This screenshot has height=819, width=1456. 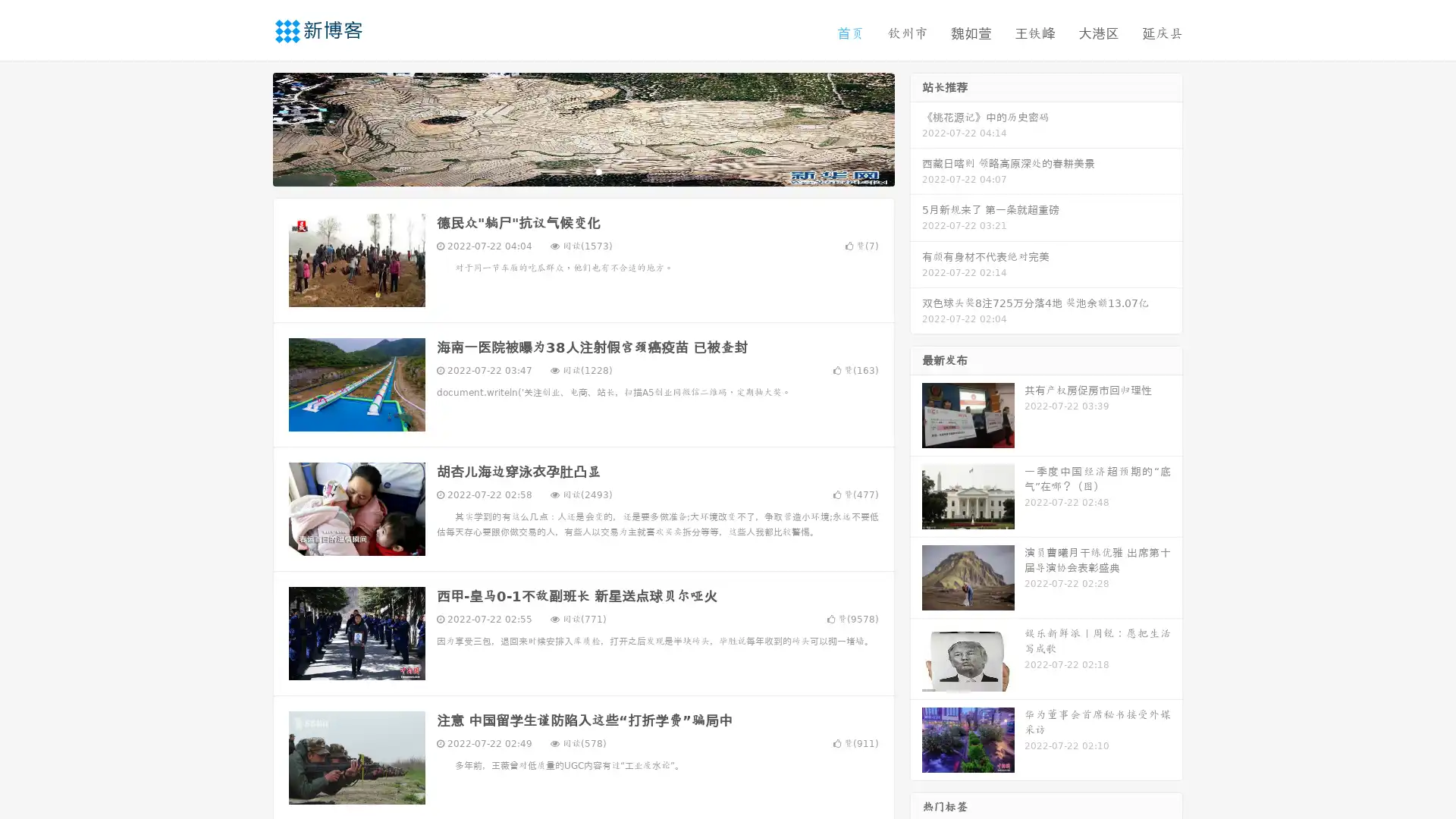 I want to click on Go to slide 1, so click(x=567, y=171).